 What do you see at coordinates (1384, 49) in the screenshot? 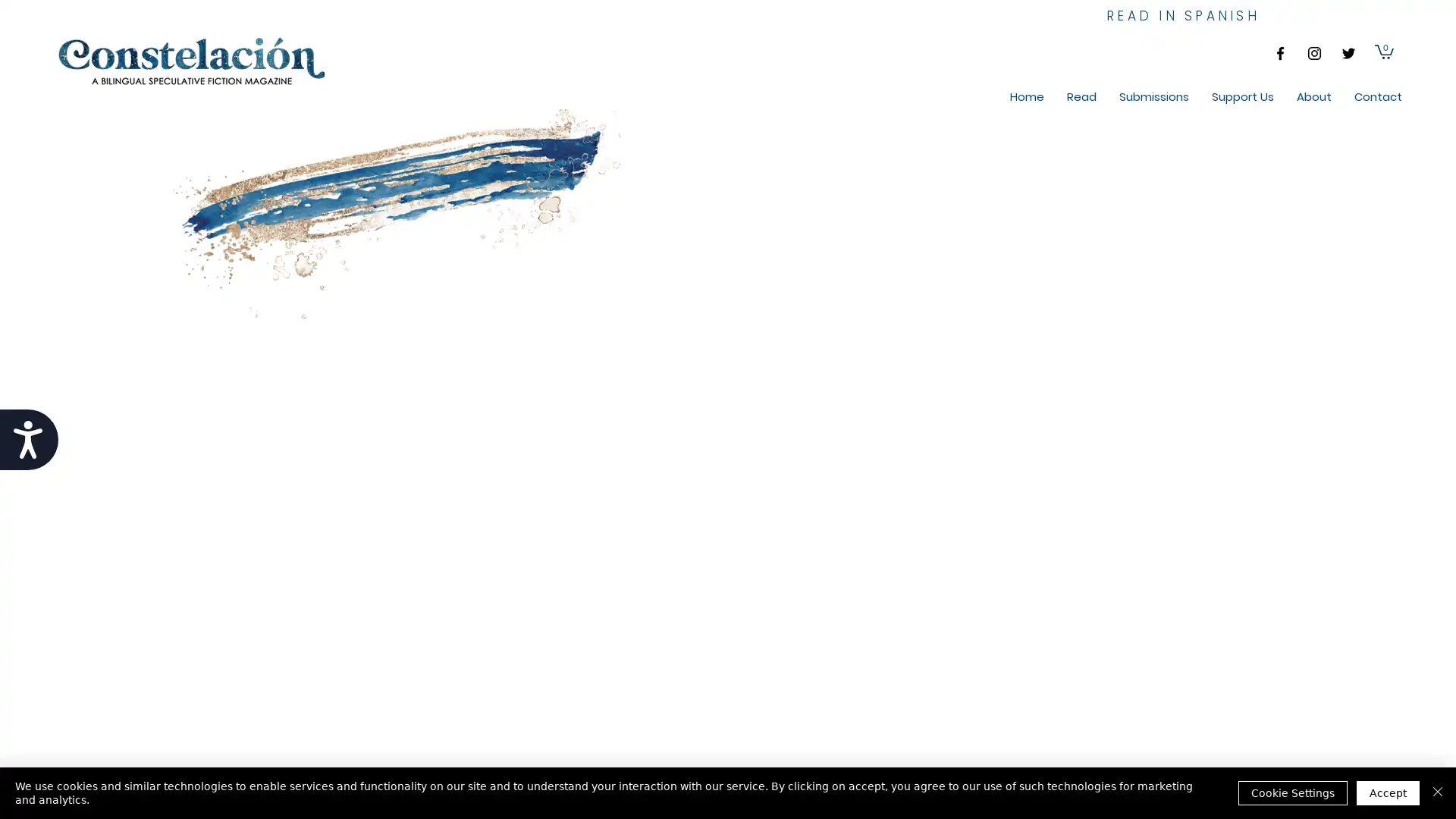
I see `Cart with 0 items` at bounding box center [1384, 49].